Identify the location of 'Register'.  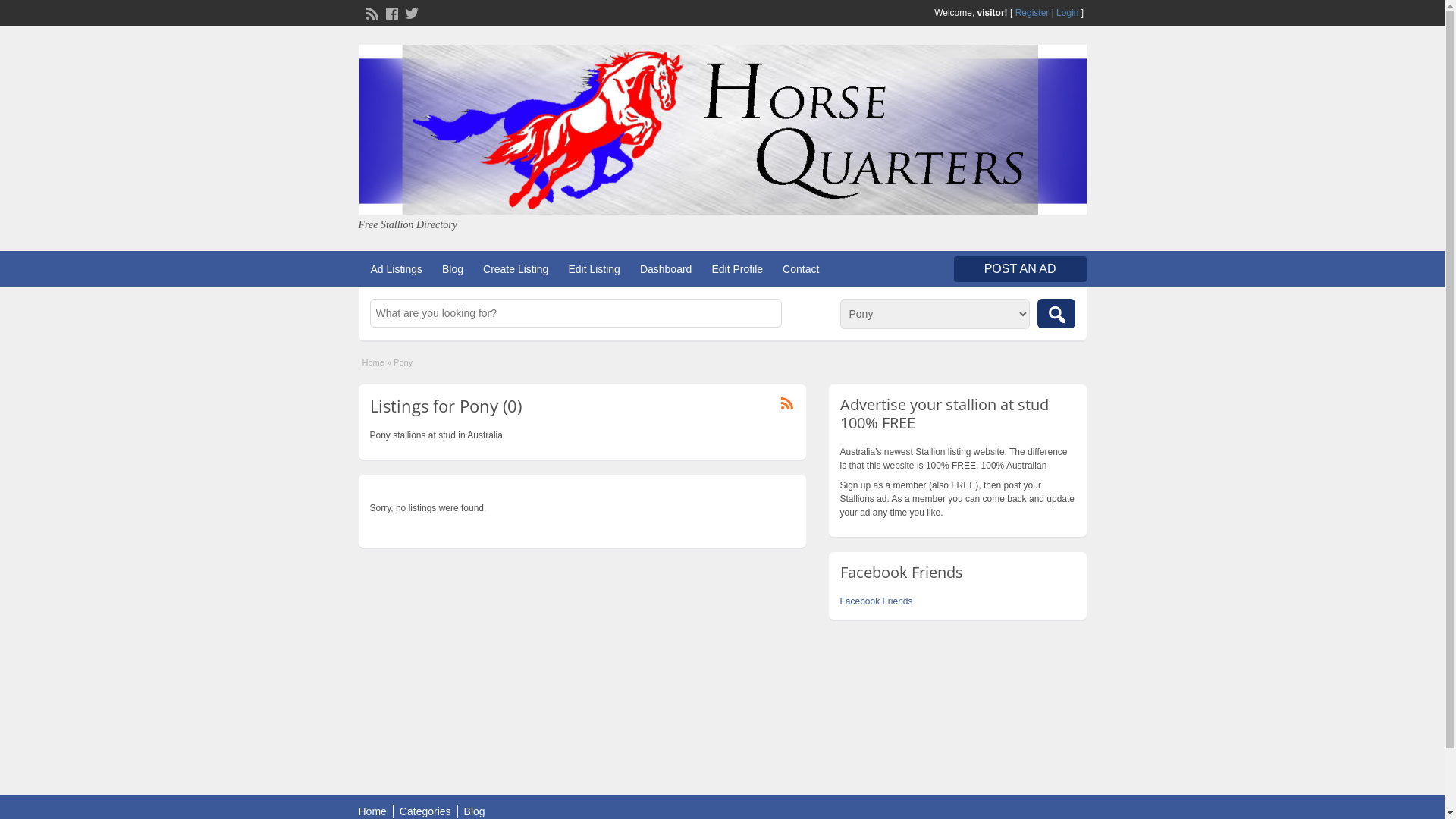
(1031, 12).